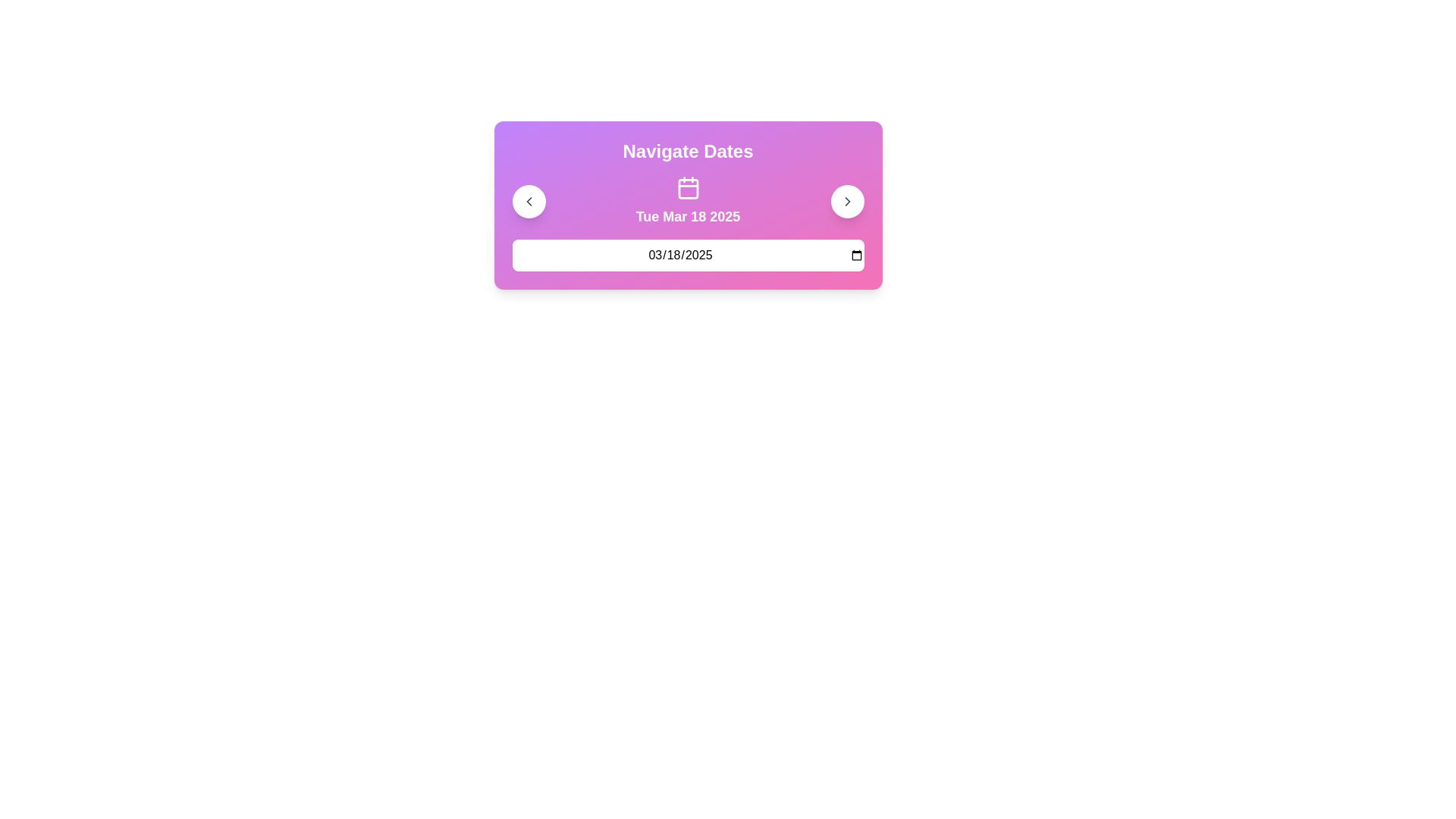 The image size is (1456, 819). Describe the element at coordinates (846, 201) in the screenshot. I see `the circular button with a white background and a rightward arrow icon` at that location.